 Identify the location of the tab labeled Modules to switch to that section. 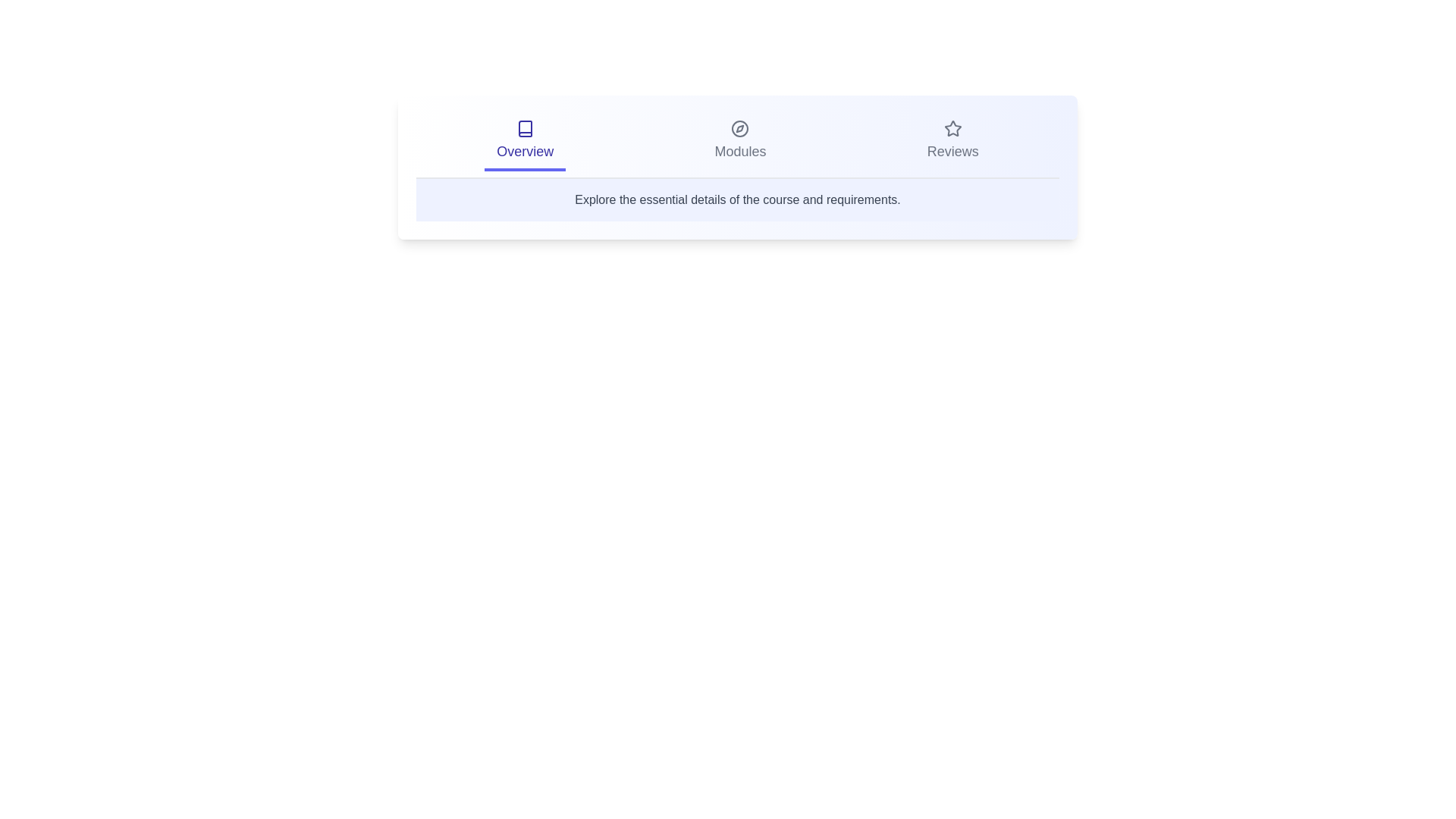
(740, 143).